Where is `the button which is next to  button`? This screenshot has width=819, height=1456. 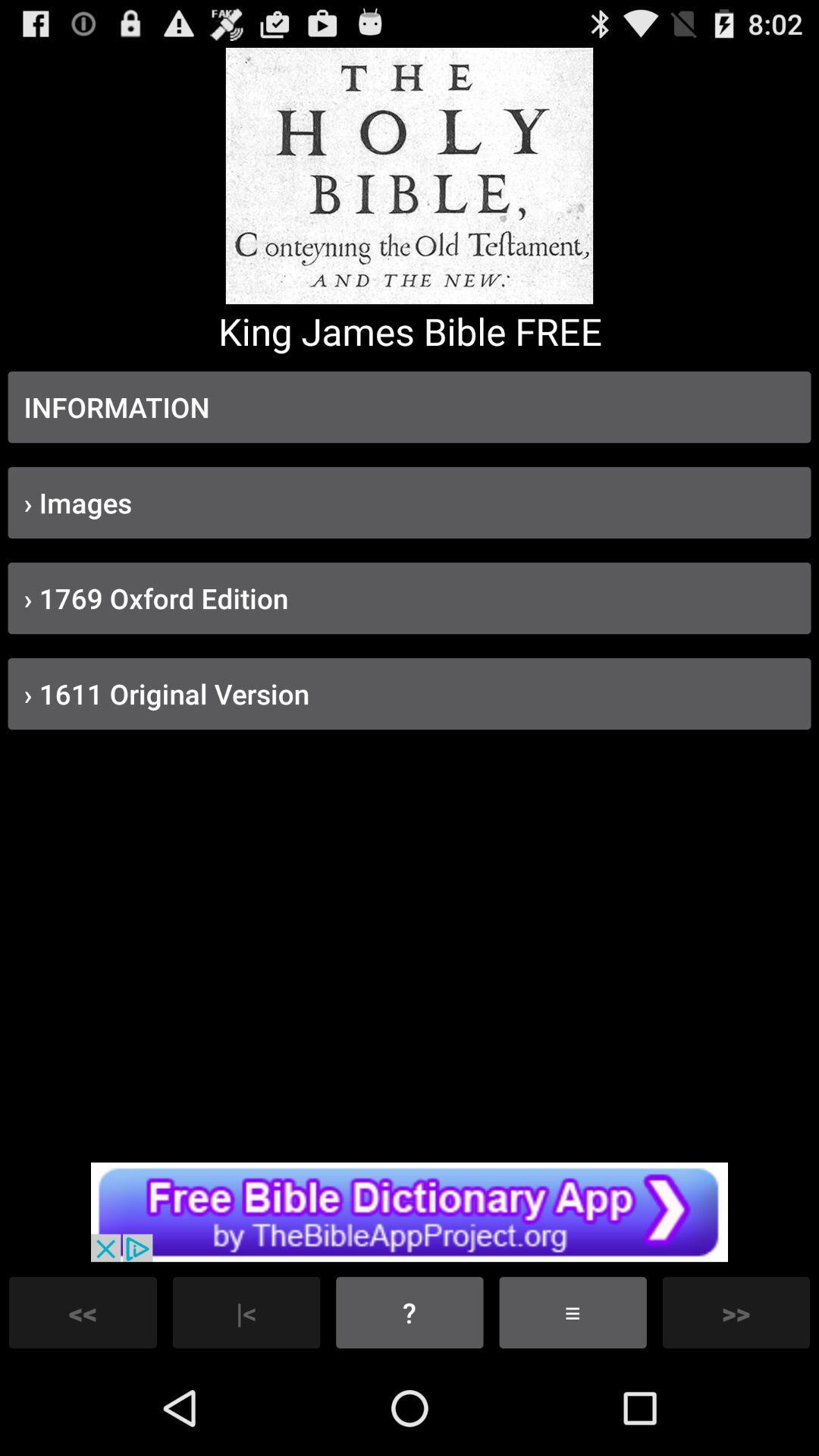 the button which is next to  button is located at coordinates (573, 1312).